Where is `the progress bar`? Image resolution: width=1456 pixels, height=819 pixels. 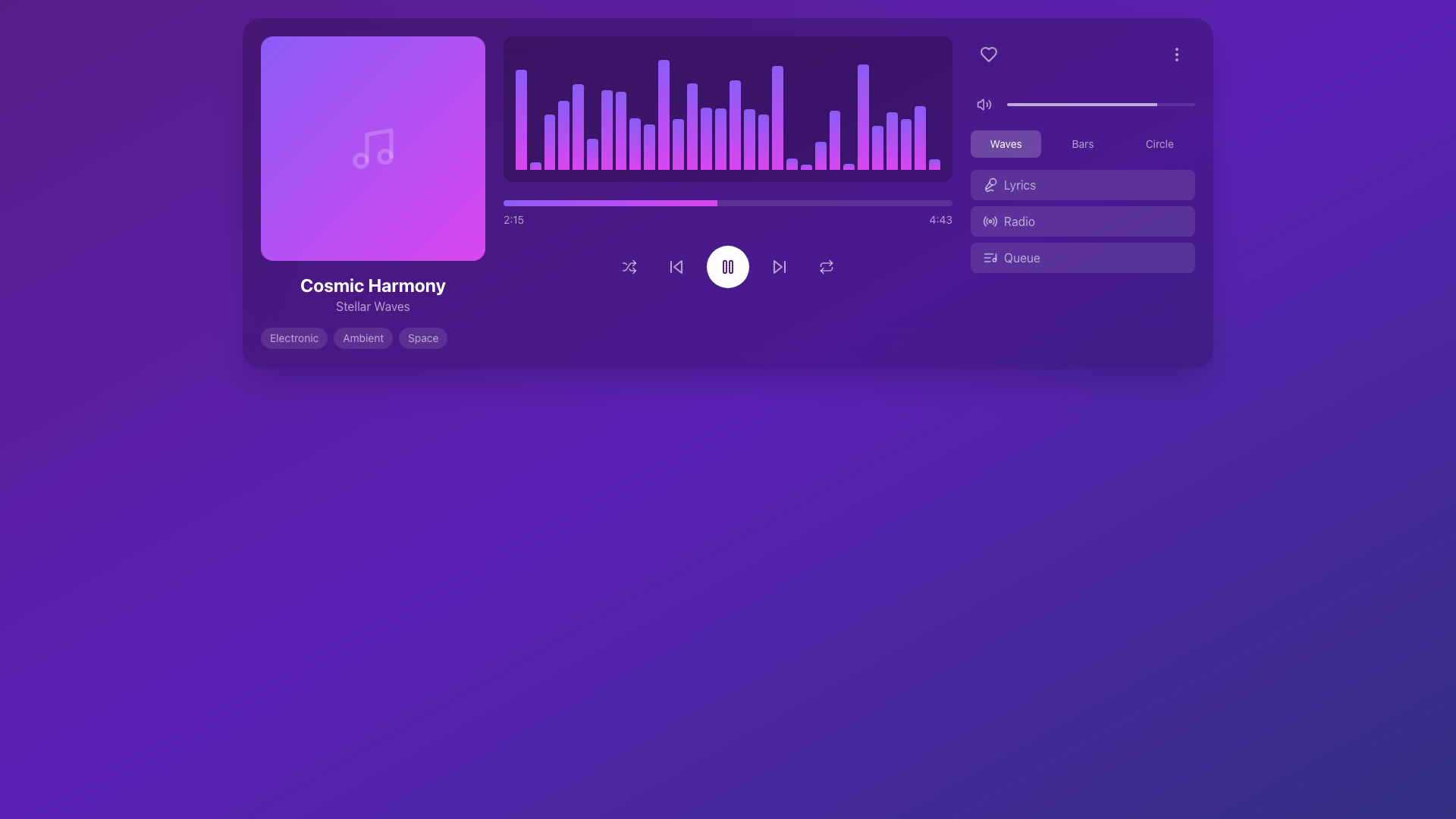
the progress bar is located at coordinates (835, 202).